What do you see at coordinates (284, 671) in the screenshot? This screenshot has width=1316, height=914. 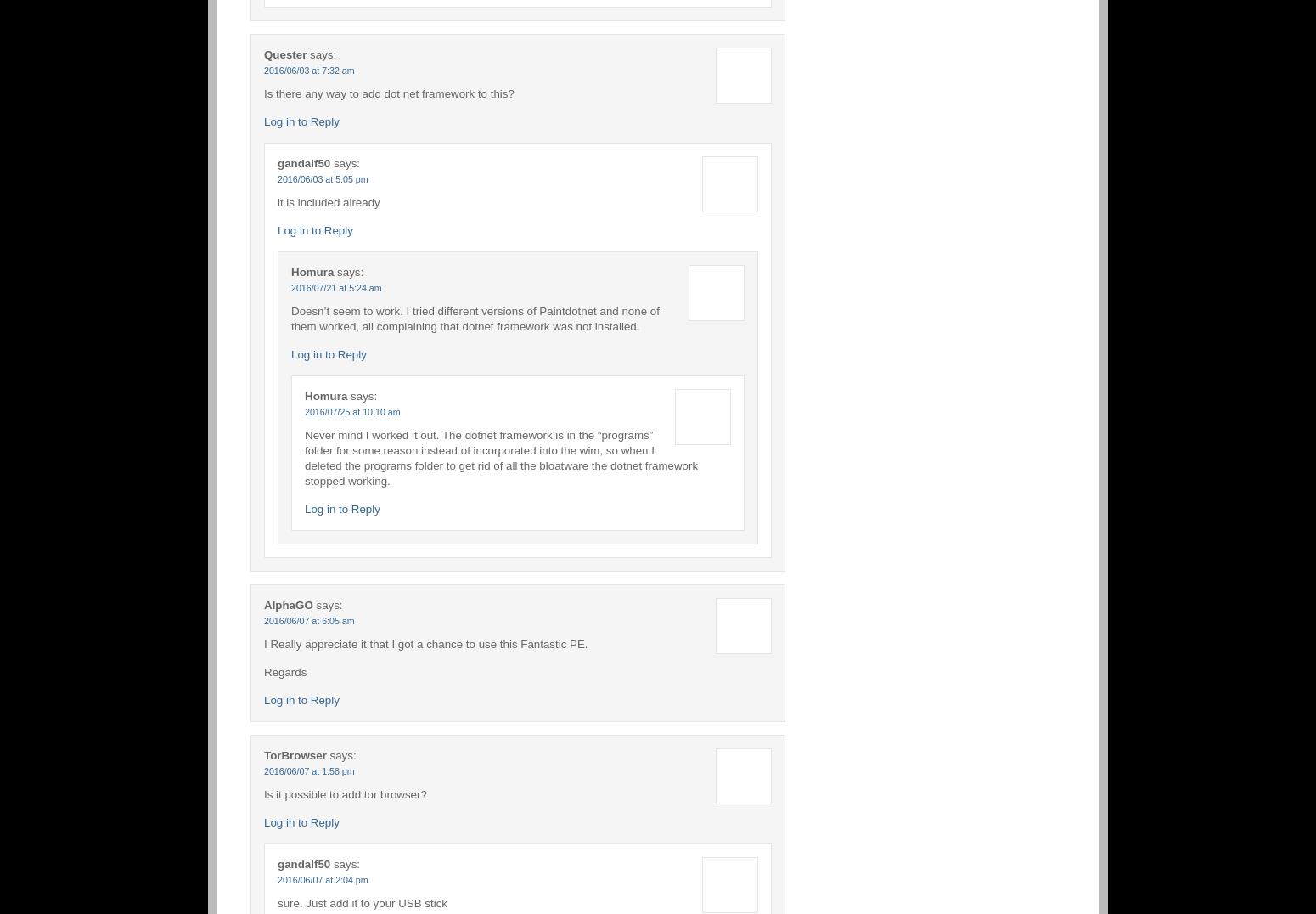 I see `'Regards'` at bounding box center [284, 671].